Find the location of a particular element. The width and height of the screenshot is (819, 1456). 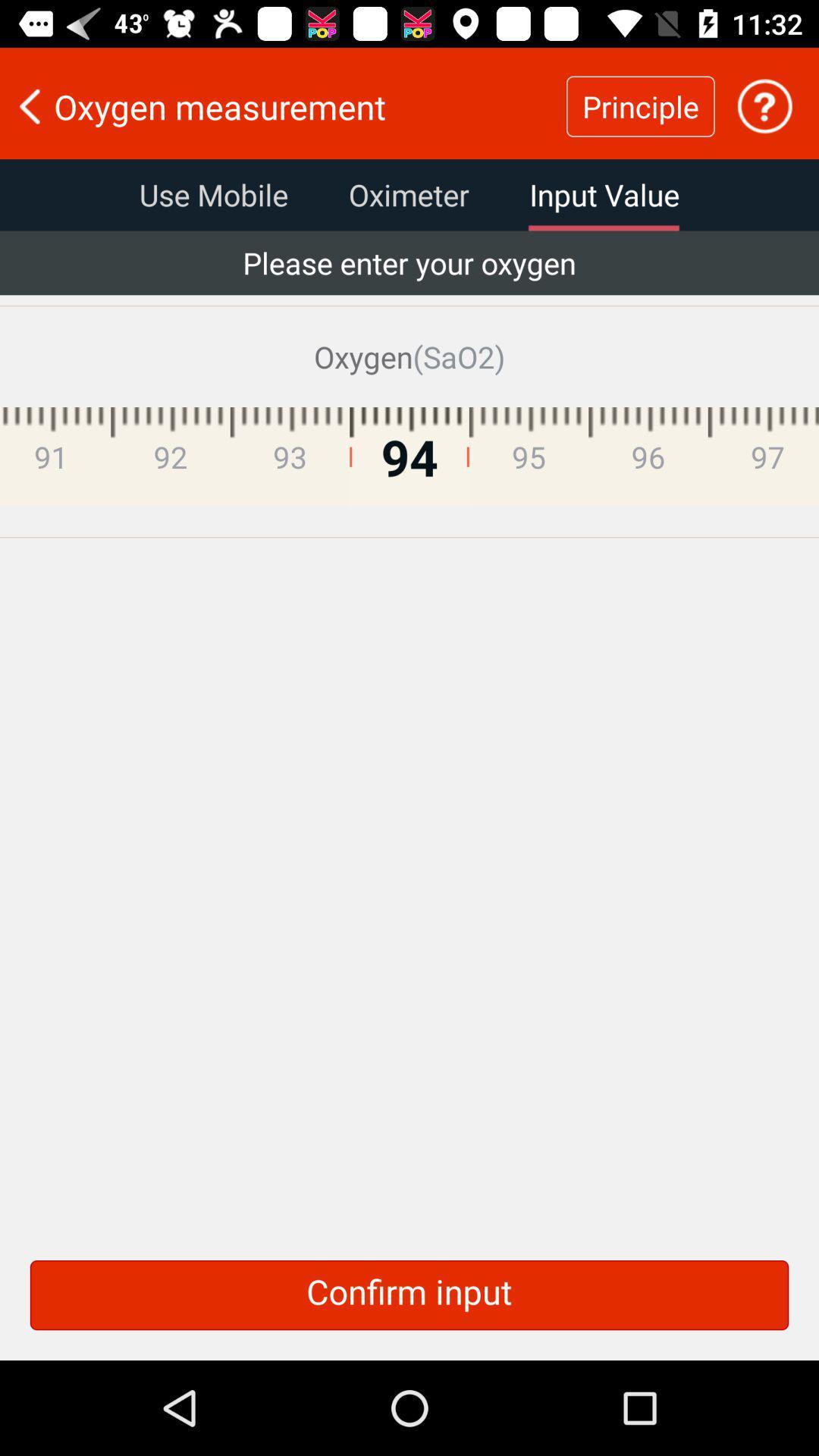

more information is located at coordinates (764, 105).